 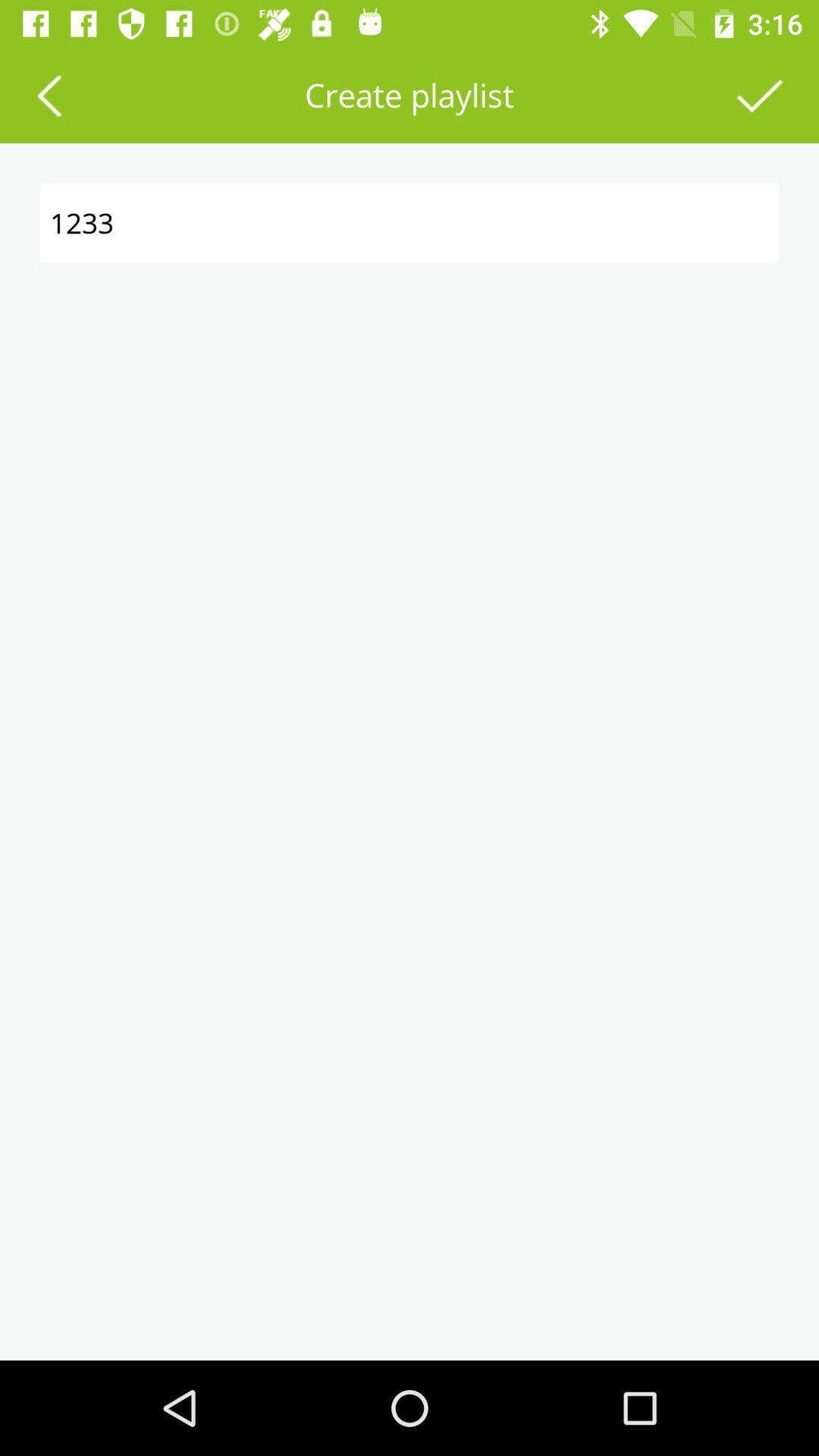 What do you see at coordinates (760, 94) in the screenshot?
I see `finalize creating the playlist` at bounding box center [760, 94].